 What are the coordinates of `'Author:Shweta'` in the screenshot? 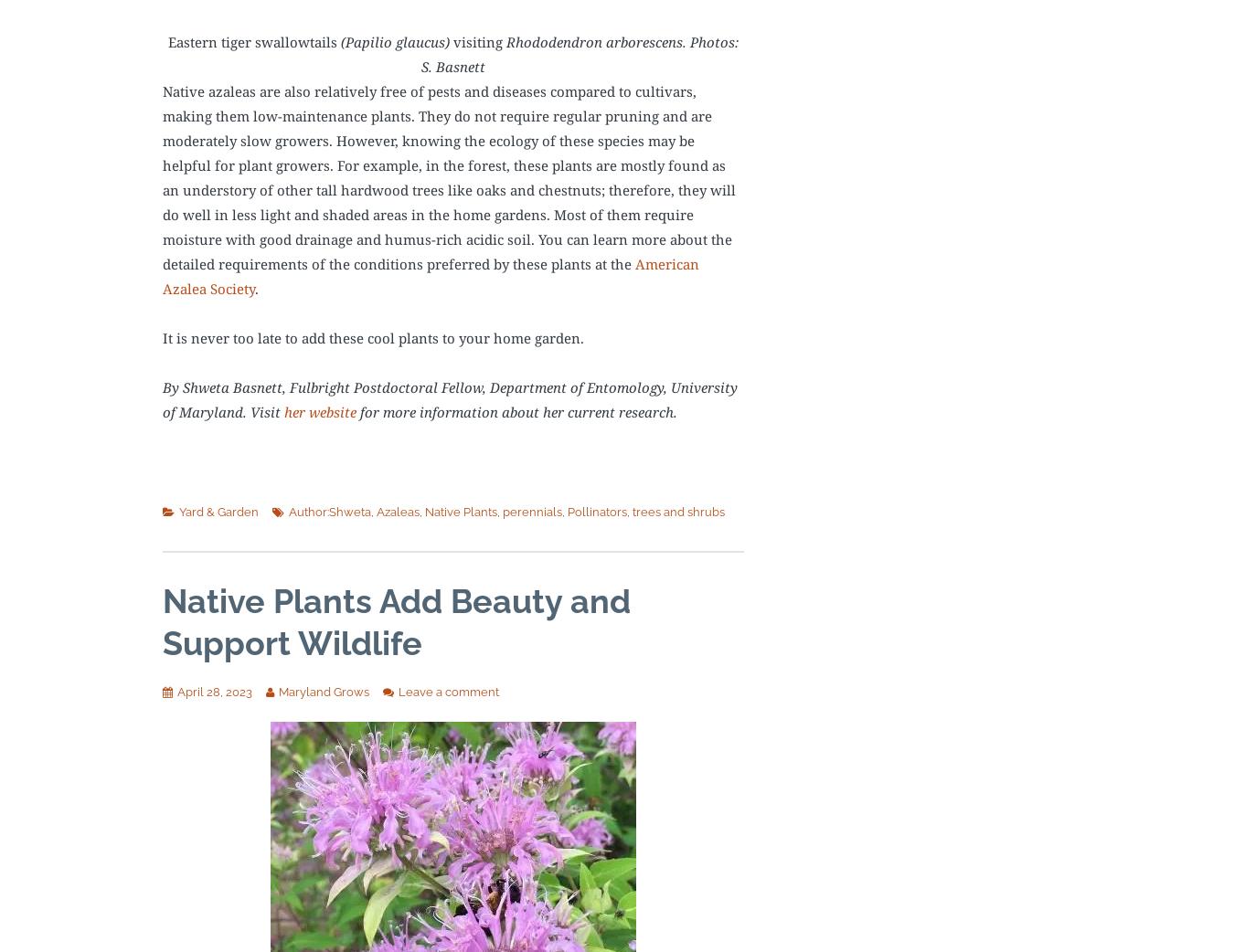 It's located at (329, 511).